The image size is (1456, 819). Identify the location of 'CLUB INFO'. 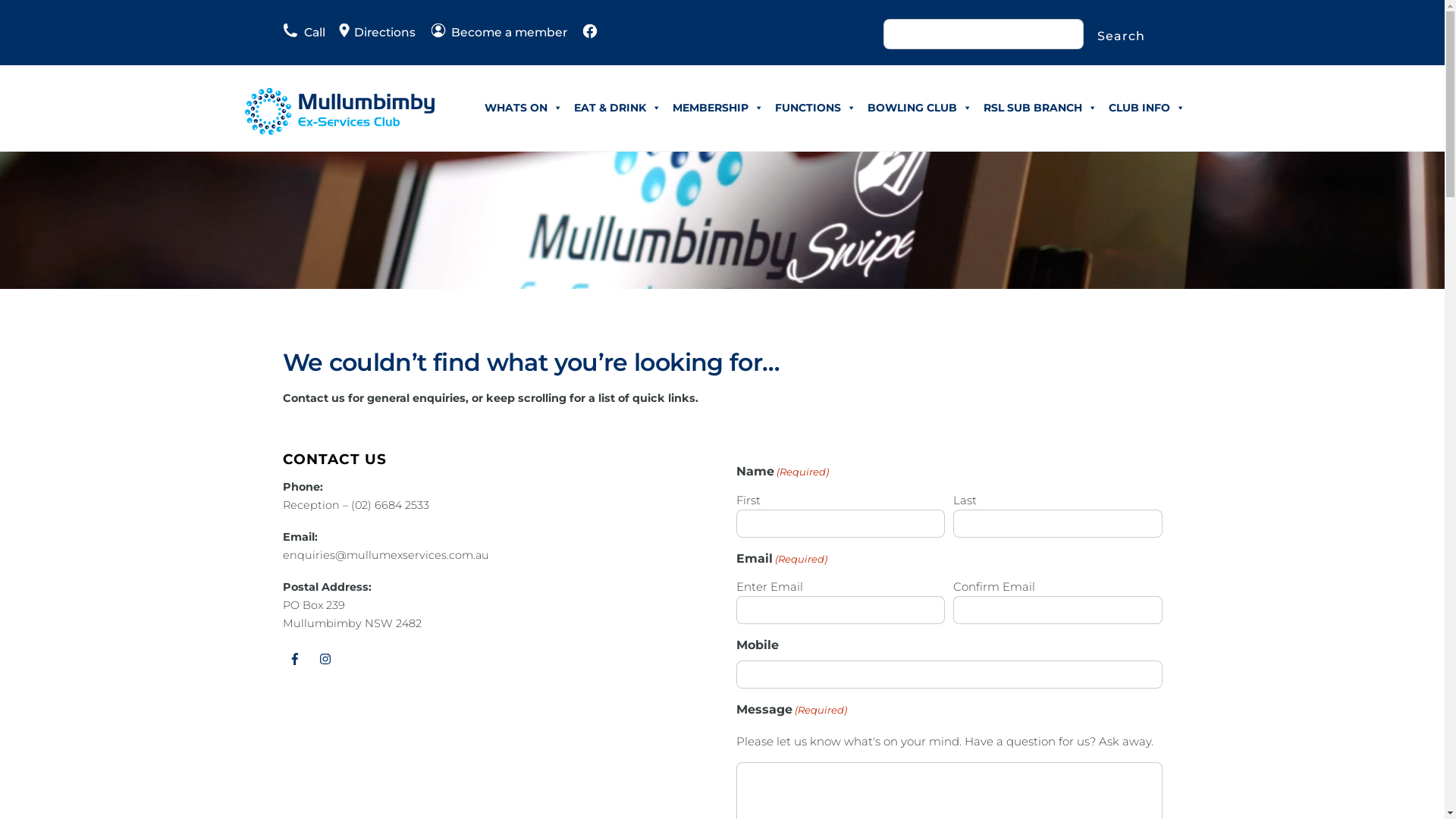
(1146, 107).